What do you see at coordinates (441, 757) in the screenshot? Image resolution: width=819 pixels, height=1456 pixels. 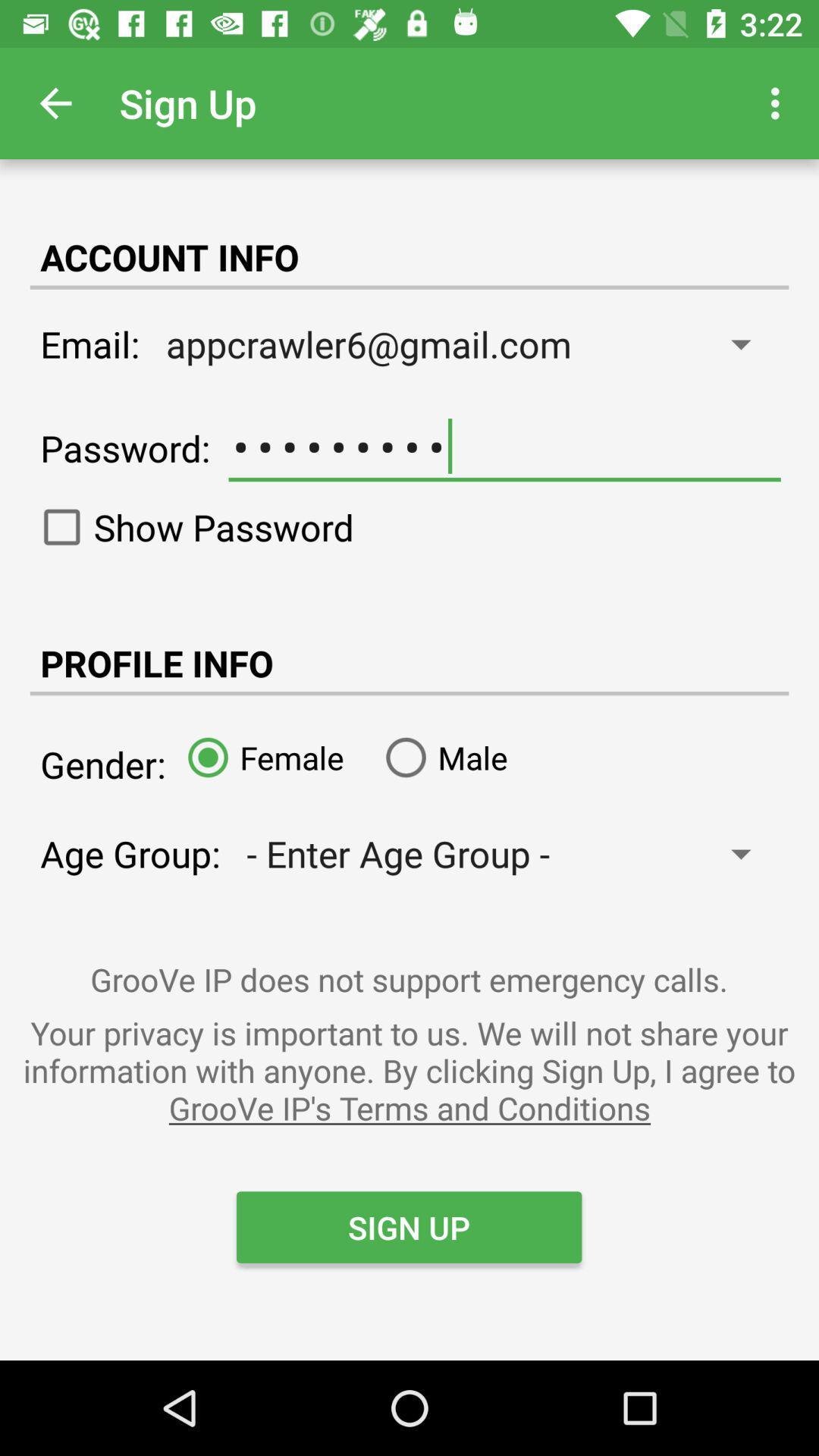 I see `the male` at bounding box center [441, 757].